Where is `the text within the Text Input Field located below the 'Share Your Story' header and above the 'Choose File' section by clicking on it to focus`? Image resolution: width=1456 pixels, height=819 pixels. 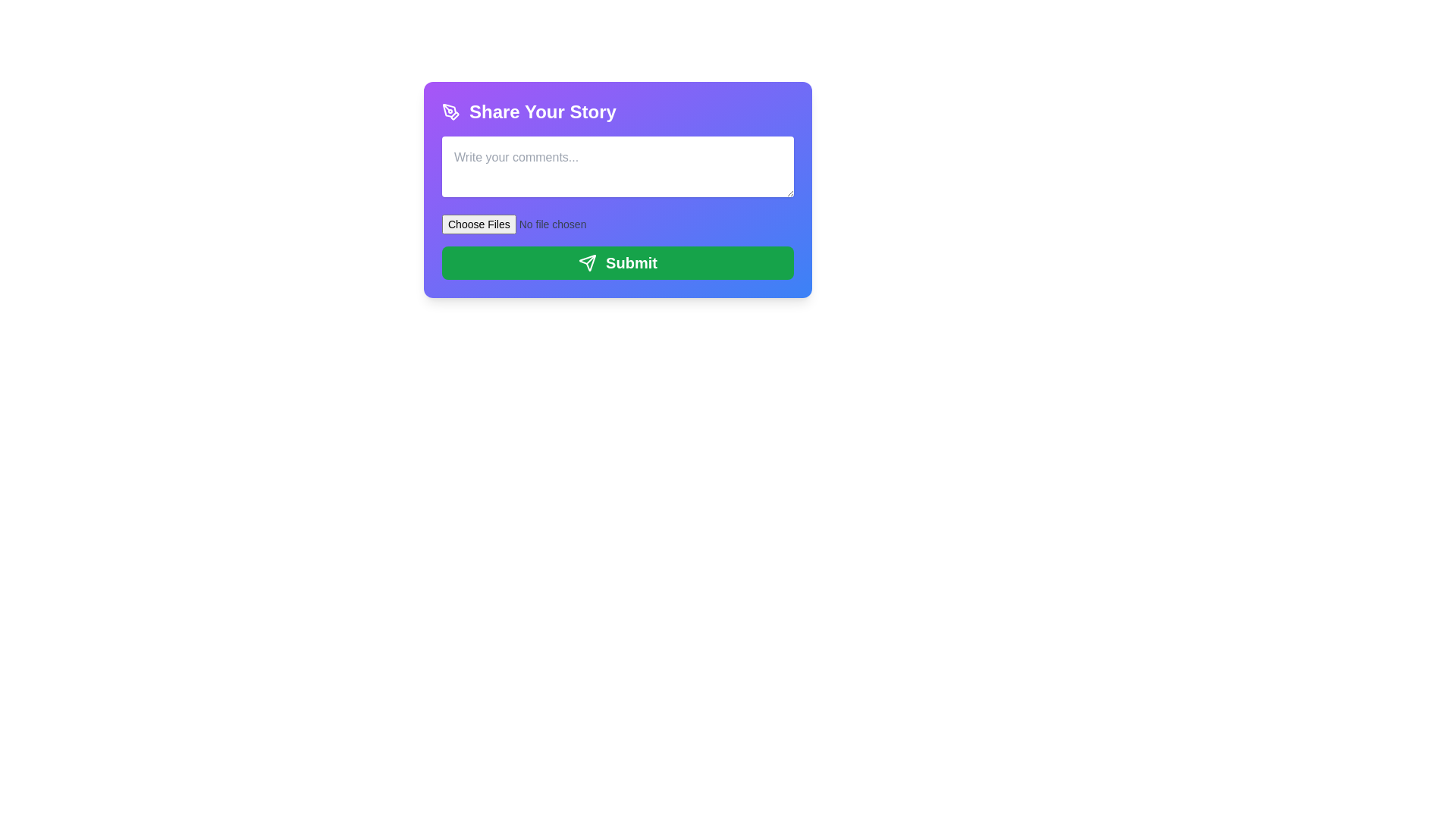
the text within the Text Input Field located below the 'Share Your Story' header and above the 'Choose File' section by clicking on it to focus is located at coordinates (618, 166).